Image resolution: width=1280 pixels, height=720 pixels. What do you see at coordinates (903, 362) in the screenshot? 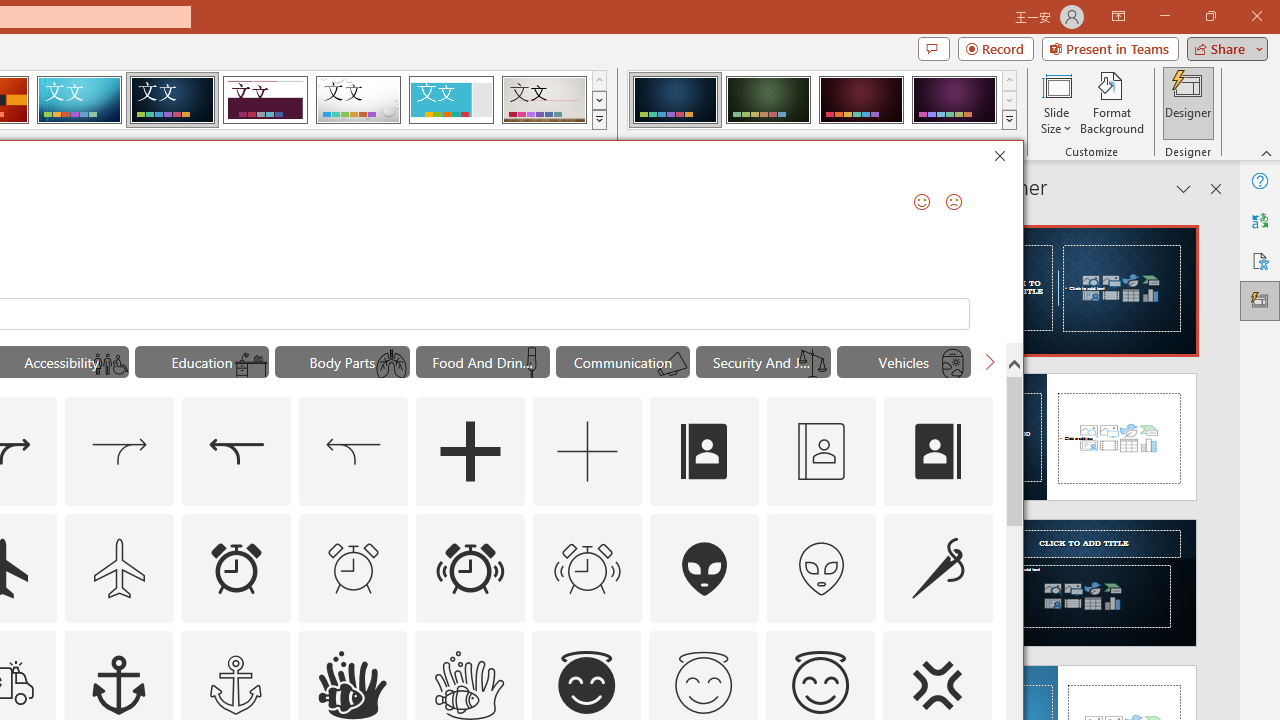
I see `'"Vehicles" Icons.'` at bounding box center [903, 362].